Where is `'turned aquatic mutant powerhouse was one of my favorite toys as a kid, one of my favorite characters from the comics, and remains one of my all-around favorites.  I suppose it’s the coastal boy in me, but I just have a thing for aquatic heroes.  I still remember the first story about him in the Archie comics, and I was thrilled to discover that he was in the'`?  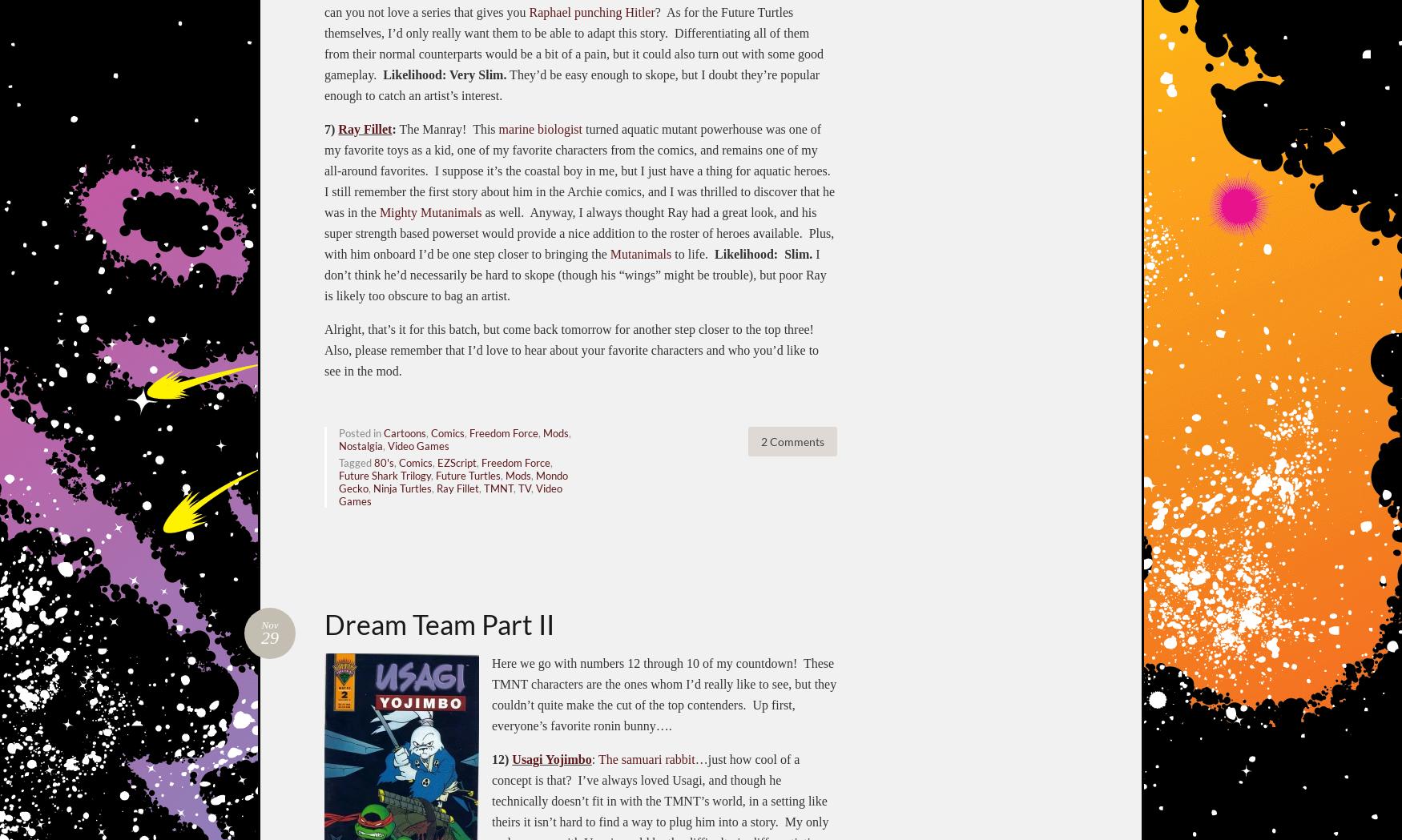 'turned aquatic mutant powerhouse was one of my favorite toys as a kid, one of my favorite characters from the comics, and remains one of my all-around favorites.  I suppose it’s the coastal boy in me, but I just have a thing for aquatic heroes.  I still remember the first story about him in the Archie comics, and I was thrilled to discover that he was in the' is located at coordinates (323, 170).